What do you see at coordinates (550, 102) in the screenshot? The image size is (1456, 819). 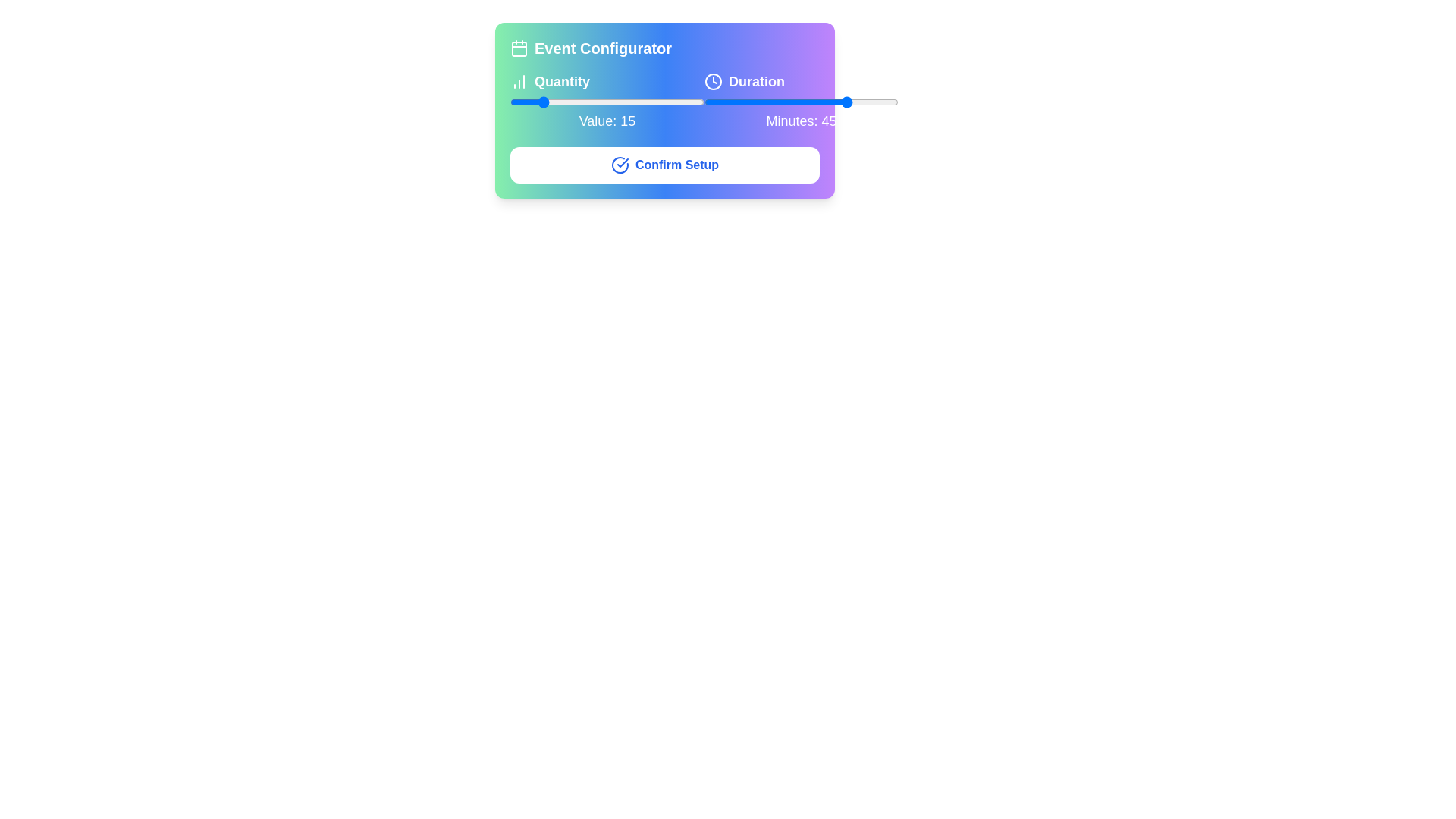 I see `the quantity slider` at bounding box center [550, 102].